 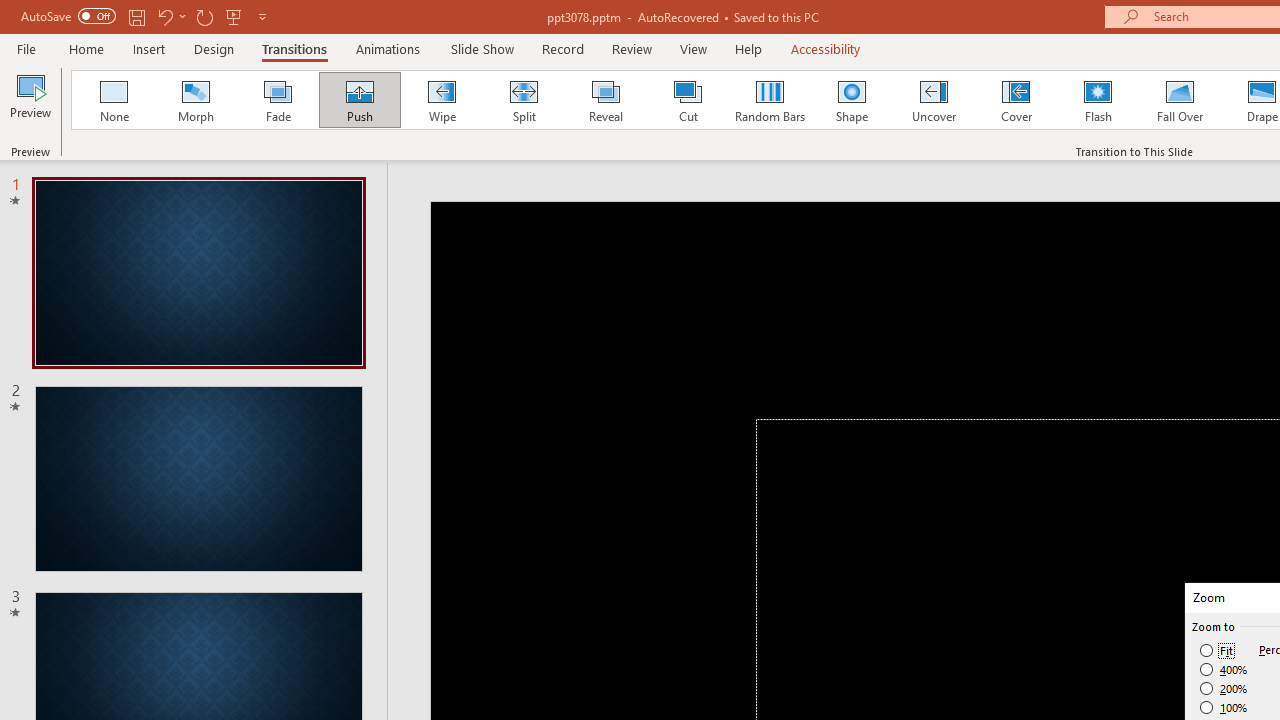 I want to click on '400%', so click(x=1223, y=669).